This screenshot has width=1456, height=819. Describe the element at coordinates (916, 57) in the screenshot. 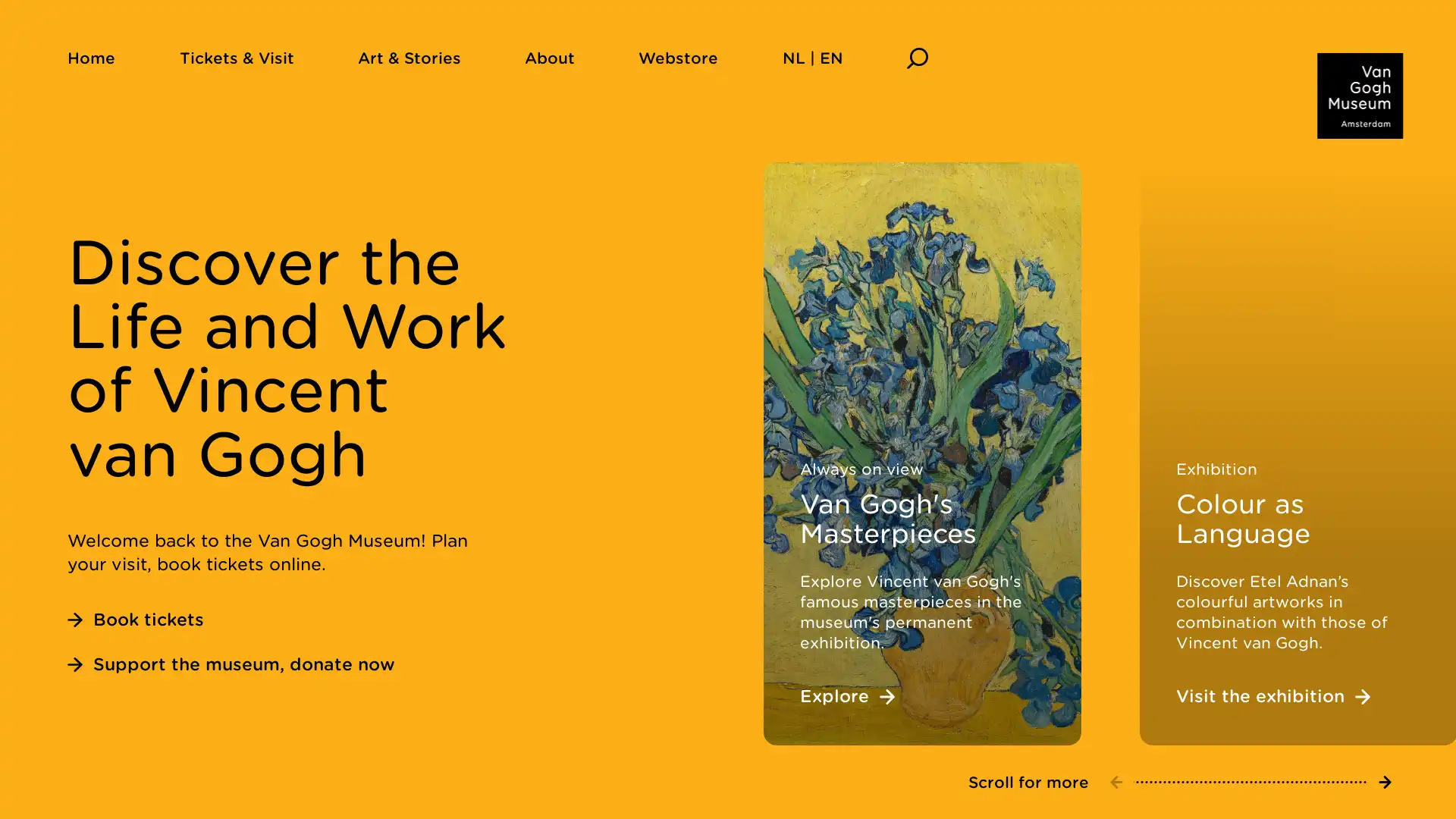

I see `Search` at that location.